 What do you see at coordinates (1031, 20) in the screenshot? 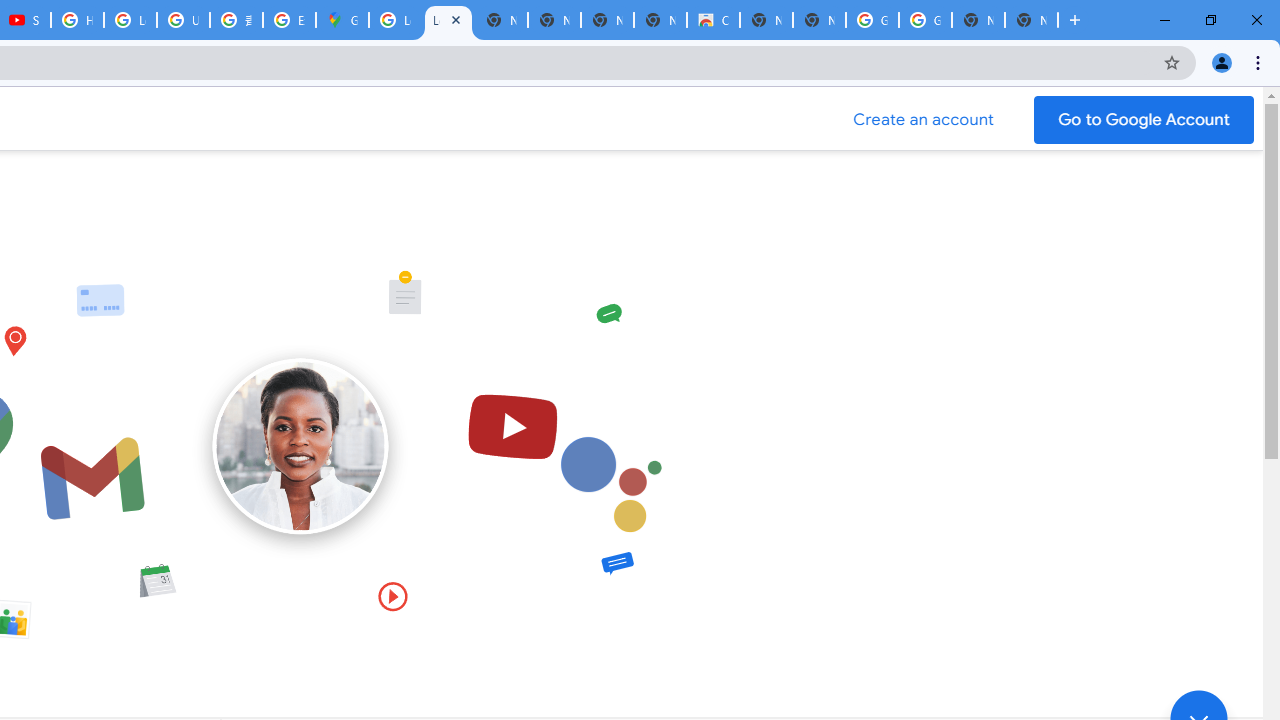
I see `'New Tab'` at bounding box center [1031, 20].